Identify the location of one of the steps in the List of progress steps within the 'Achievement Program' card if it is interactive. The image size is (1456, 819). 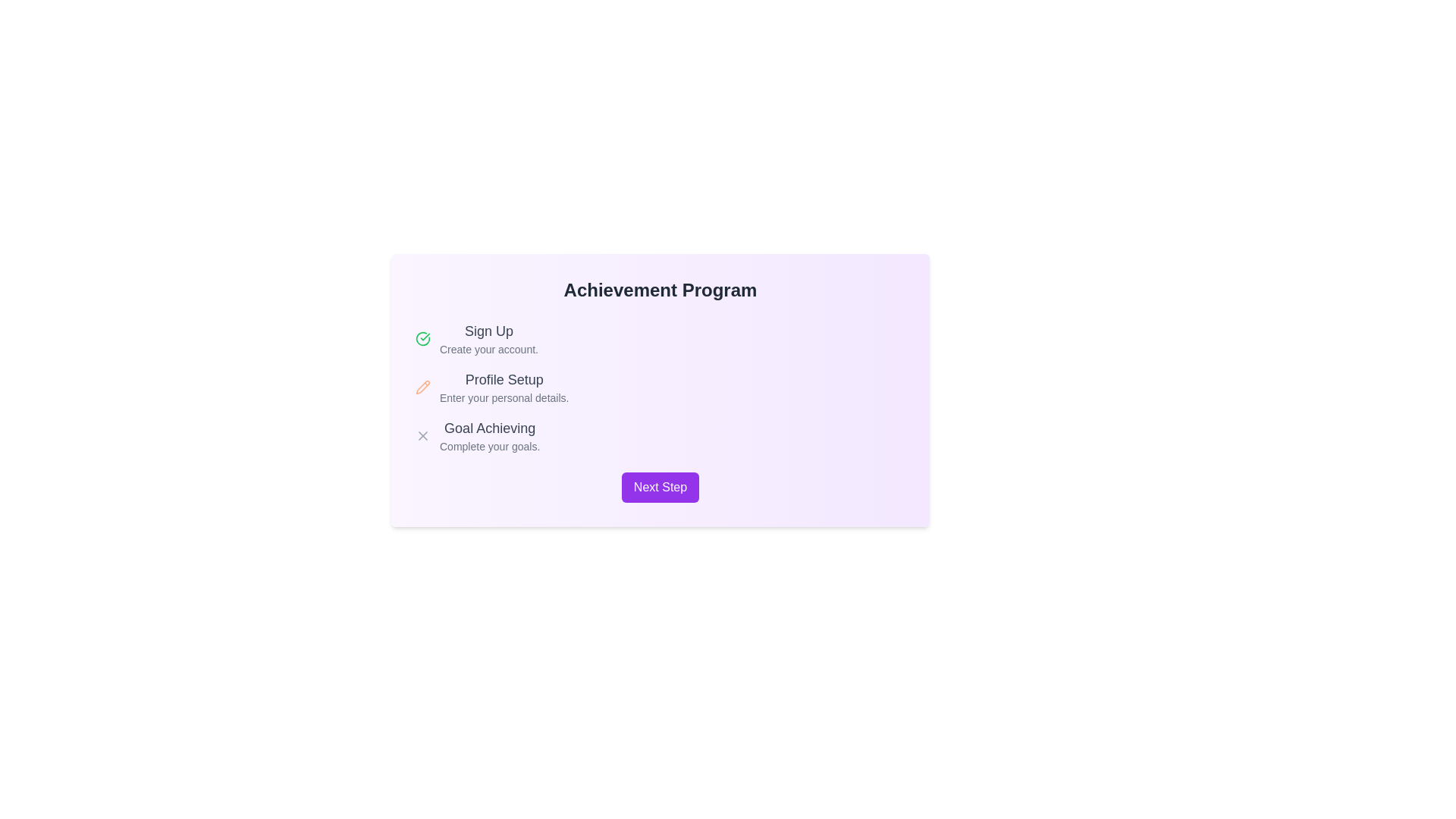
(660, 386).